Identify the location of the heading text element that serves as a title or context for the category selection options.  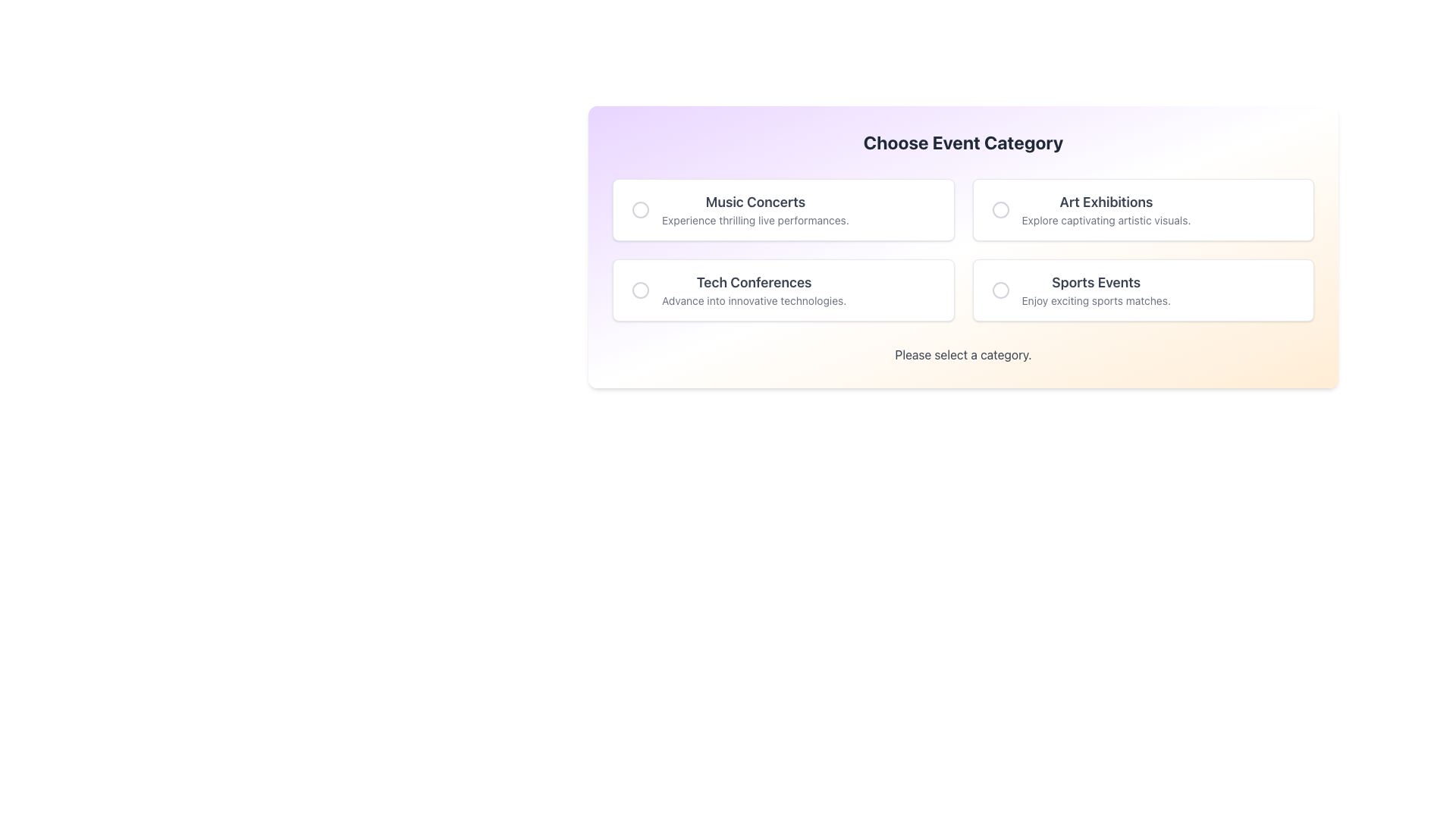
(962, 143).